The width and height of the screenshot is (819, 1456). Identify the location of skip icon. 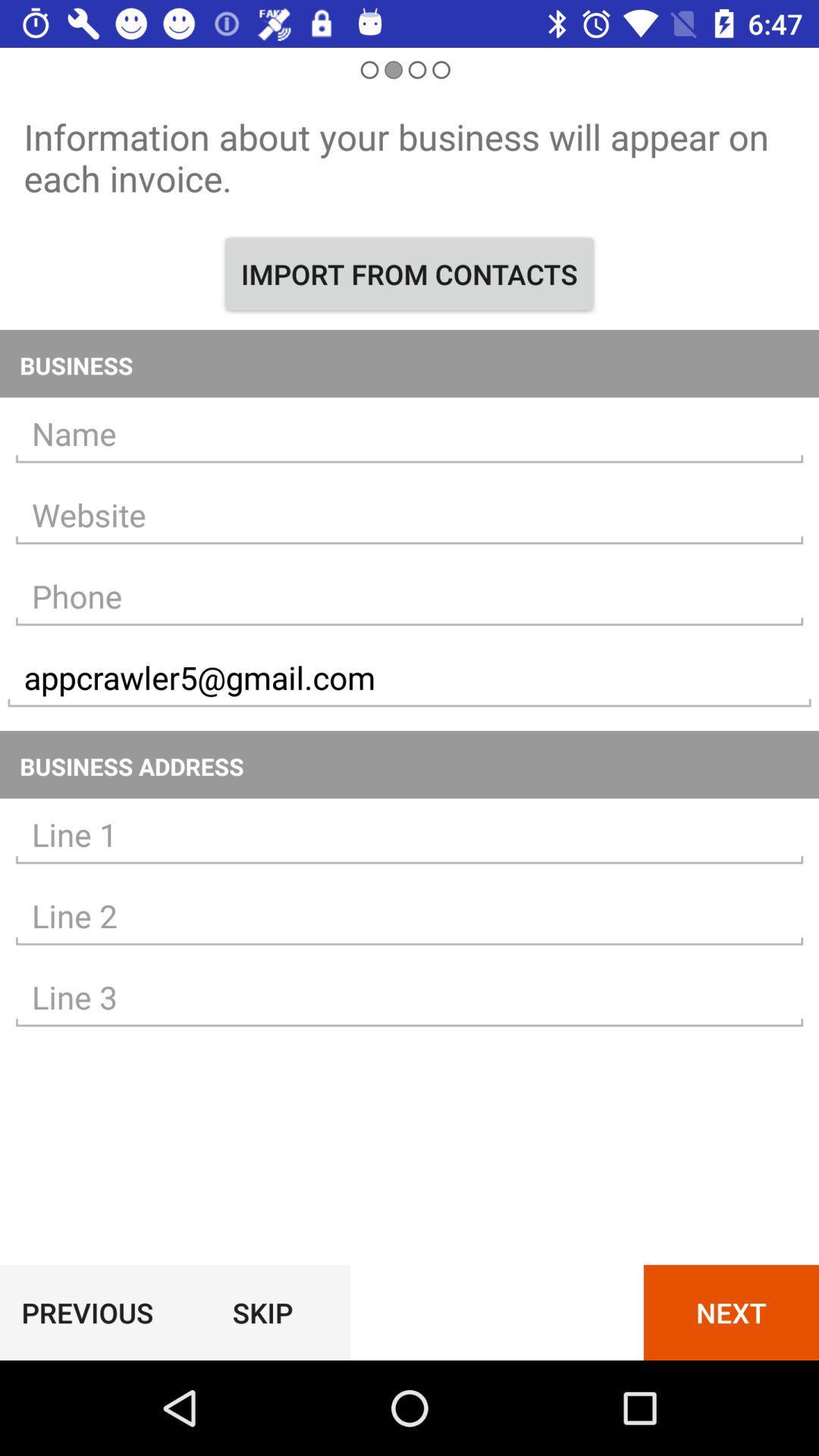
(262, 1312).